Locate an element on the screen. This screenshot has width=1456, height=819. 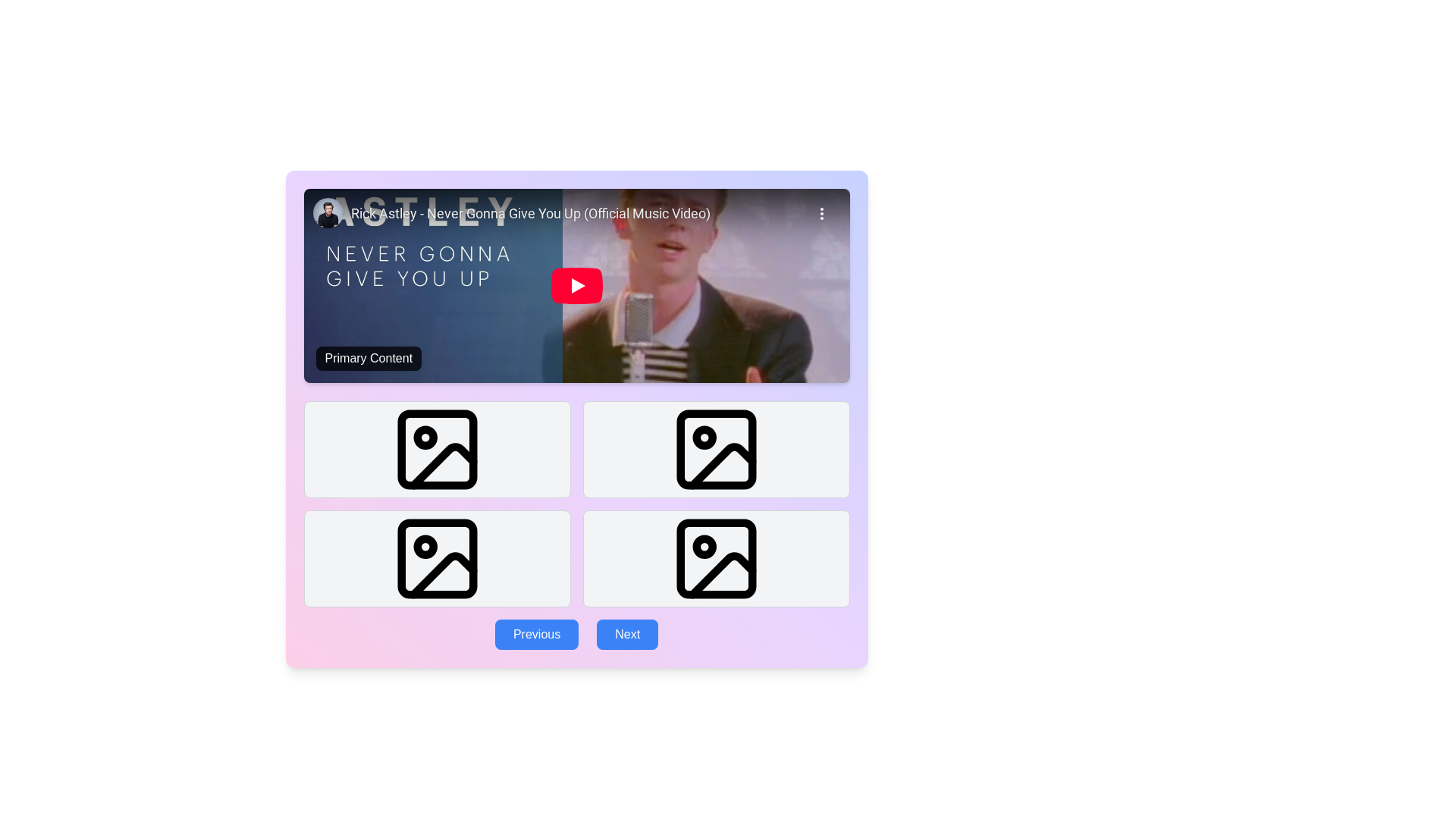
the Image Placeholder located in the second column of the first row within the grid layout is located at coordinates (715, 449).